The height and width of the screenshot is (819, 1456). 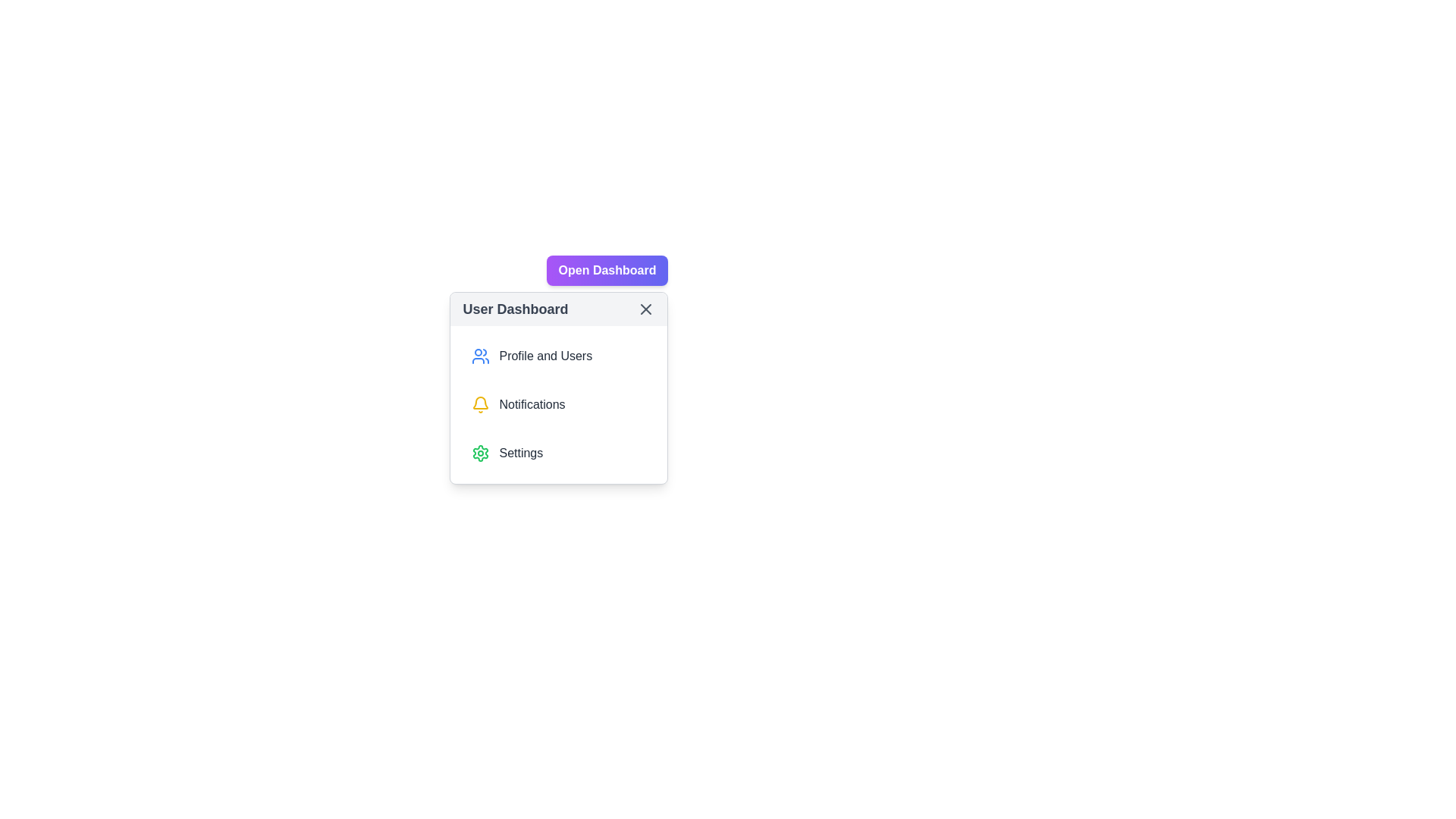 I want to click on the 'X' mark icon styled with two diagonal crossing lines located at the top-right corner of the 'User Dashboard' panel, so click(x=646, y=309).